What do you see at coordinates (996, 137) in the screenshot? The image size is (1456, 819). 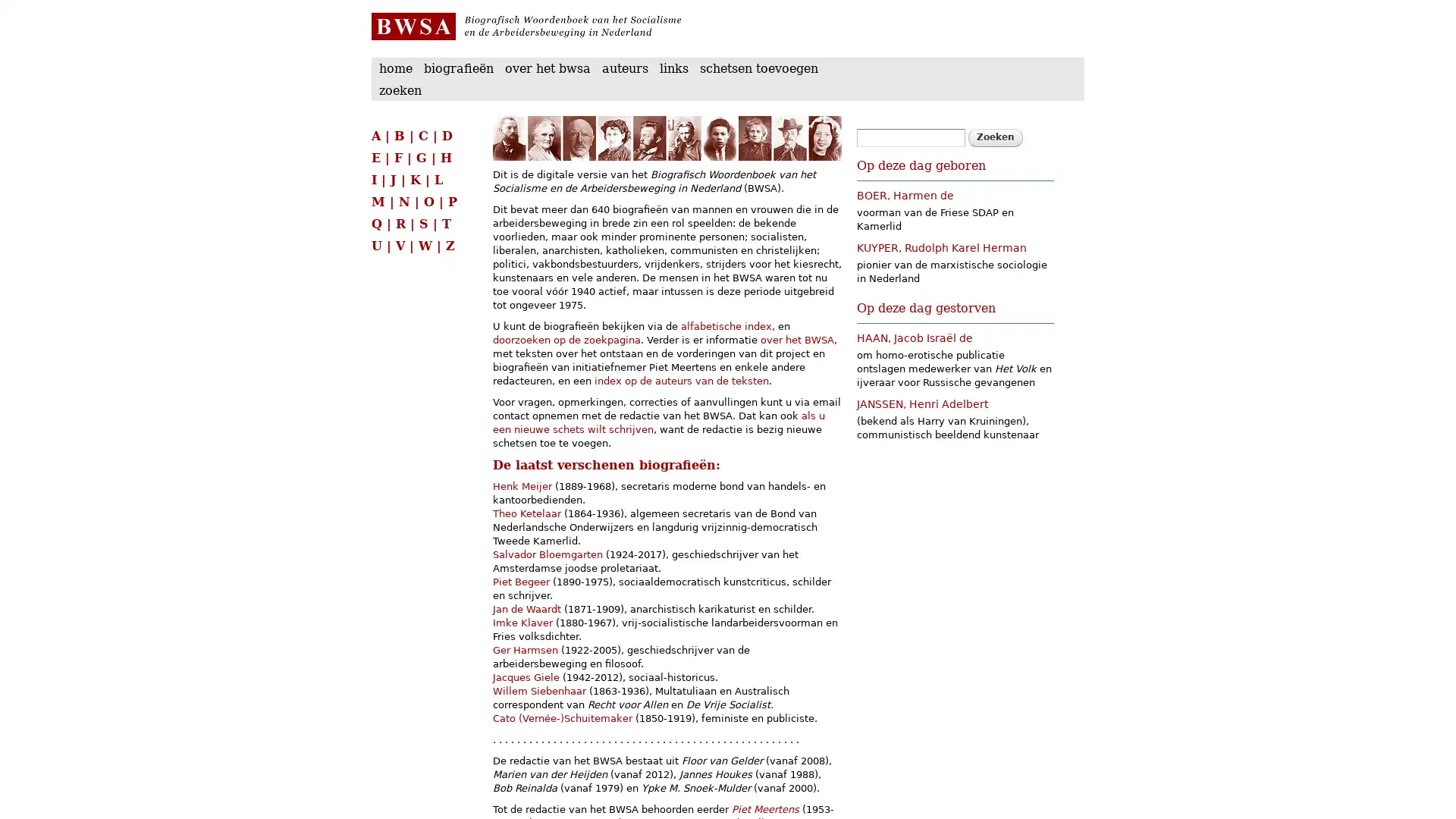 I see `Zoeken` at bounding box center [996, 137].